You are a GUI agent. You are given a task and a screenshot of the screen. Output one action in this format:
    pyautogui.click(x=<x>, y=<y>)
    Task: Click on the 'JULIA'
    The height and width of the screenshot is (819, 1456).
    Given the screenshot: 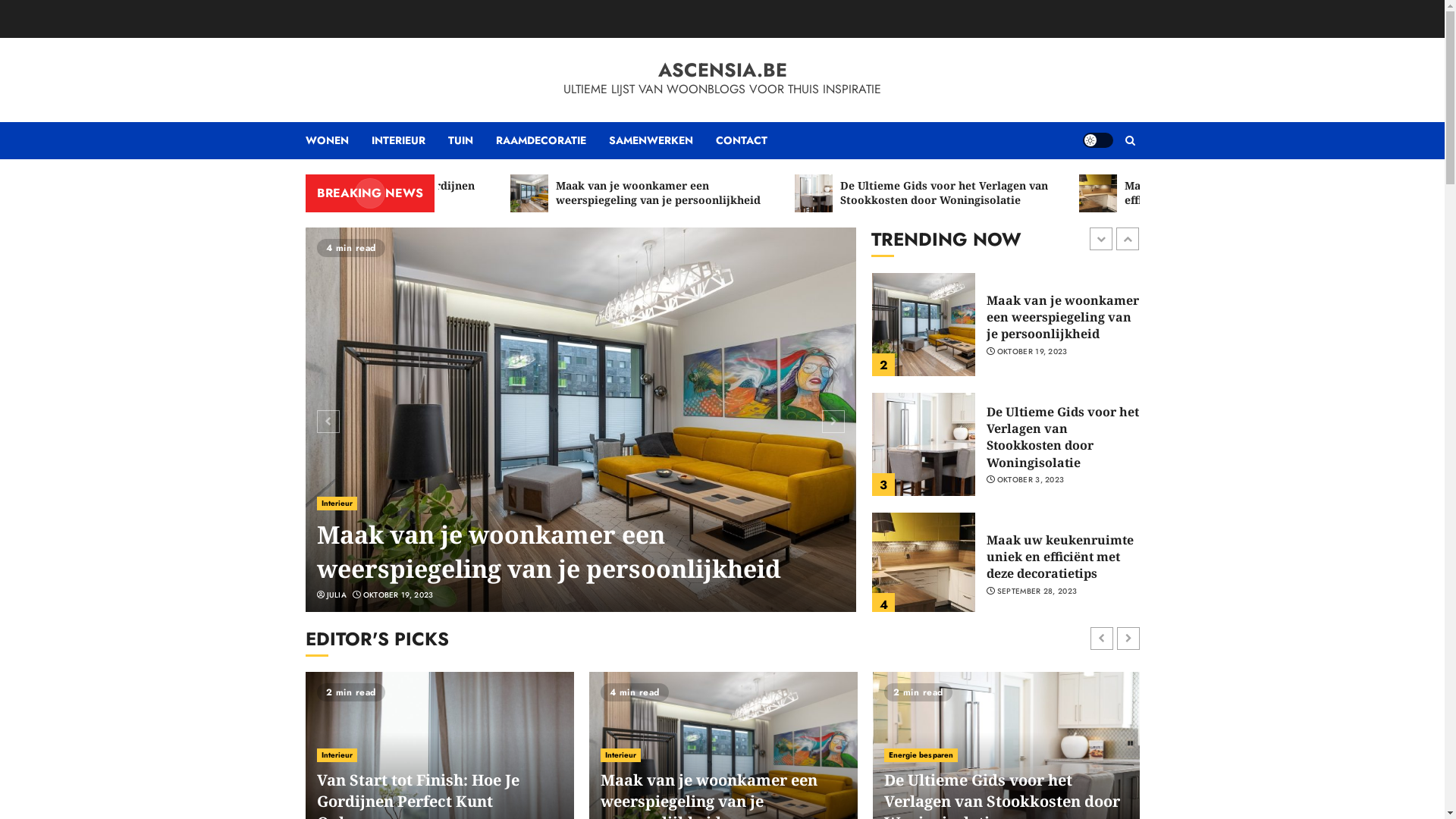 What is the action you would take?
    pyautogui.click(x=325, y=595)
    